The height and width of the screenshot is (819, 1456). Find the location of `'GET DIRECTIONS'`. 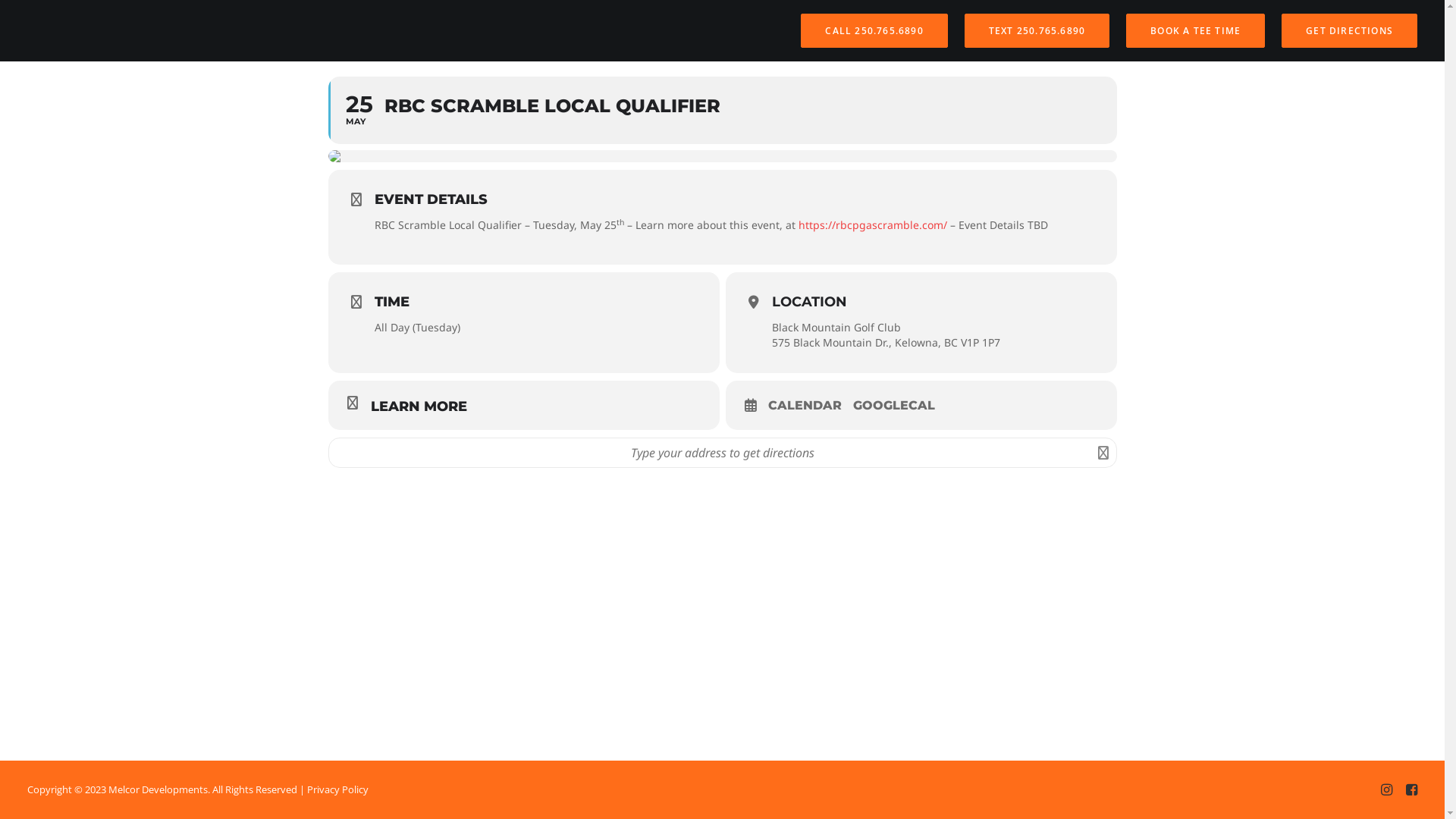

'GET DIRECTIONS' is located at coordinates (1346, 30).